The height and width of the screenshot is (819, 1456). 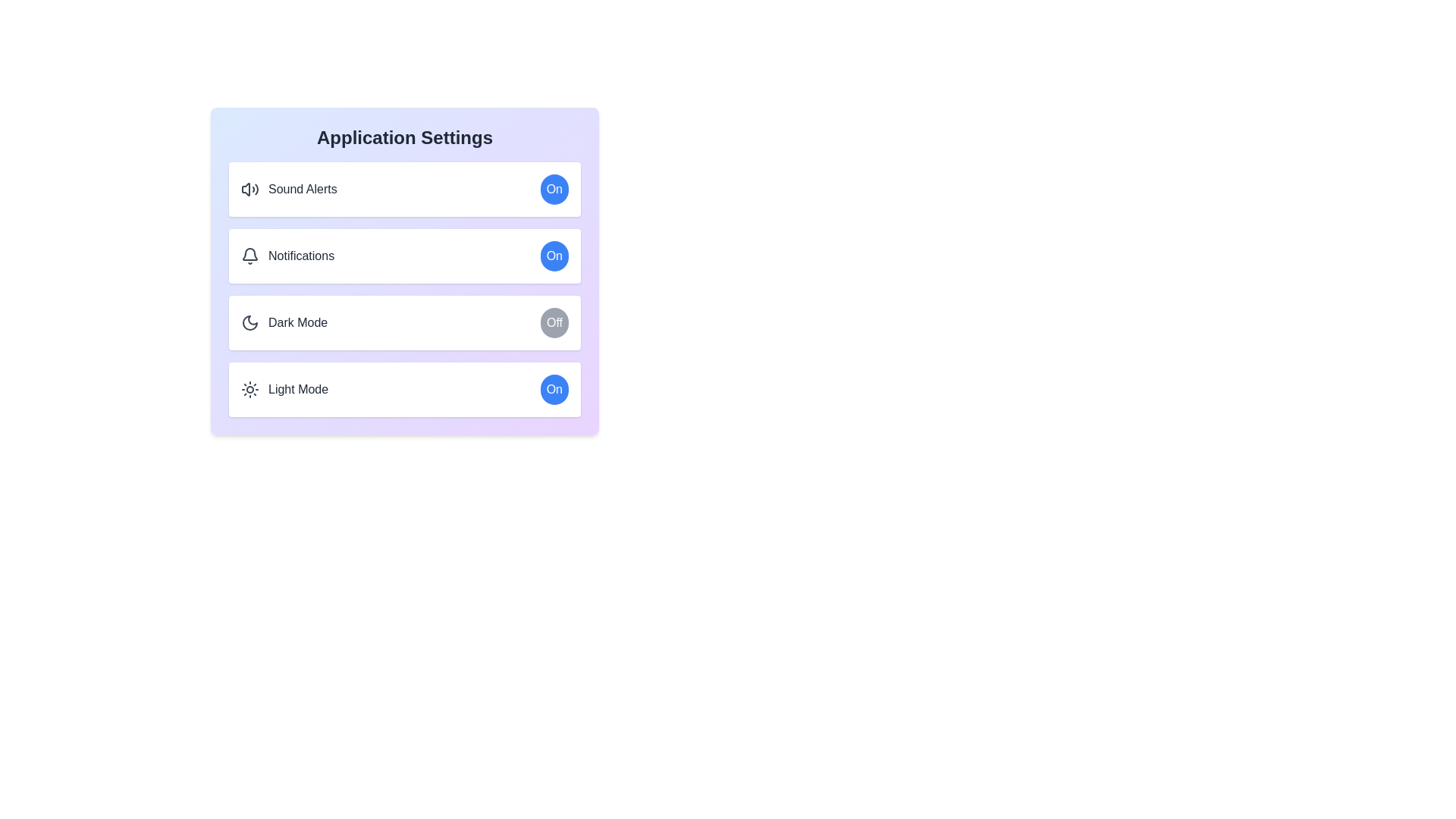 I want to click on the label with icon representing the settings option for Notifications, which is the first component in the second section of the vertically stacked menu, so click(x=287, y=256).